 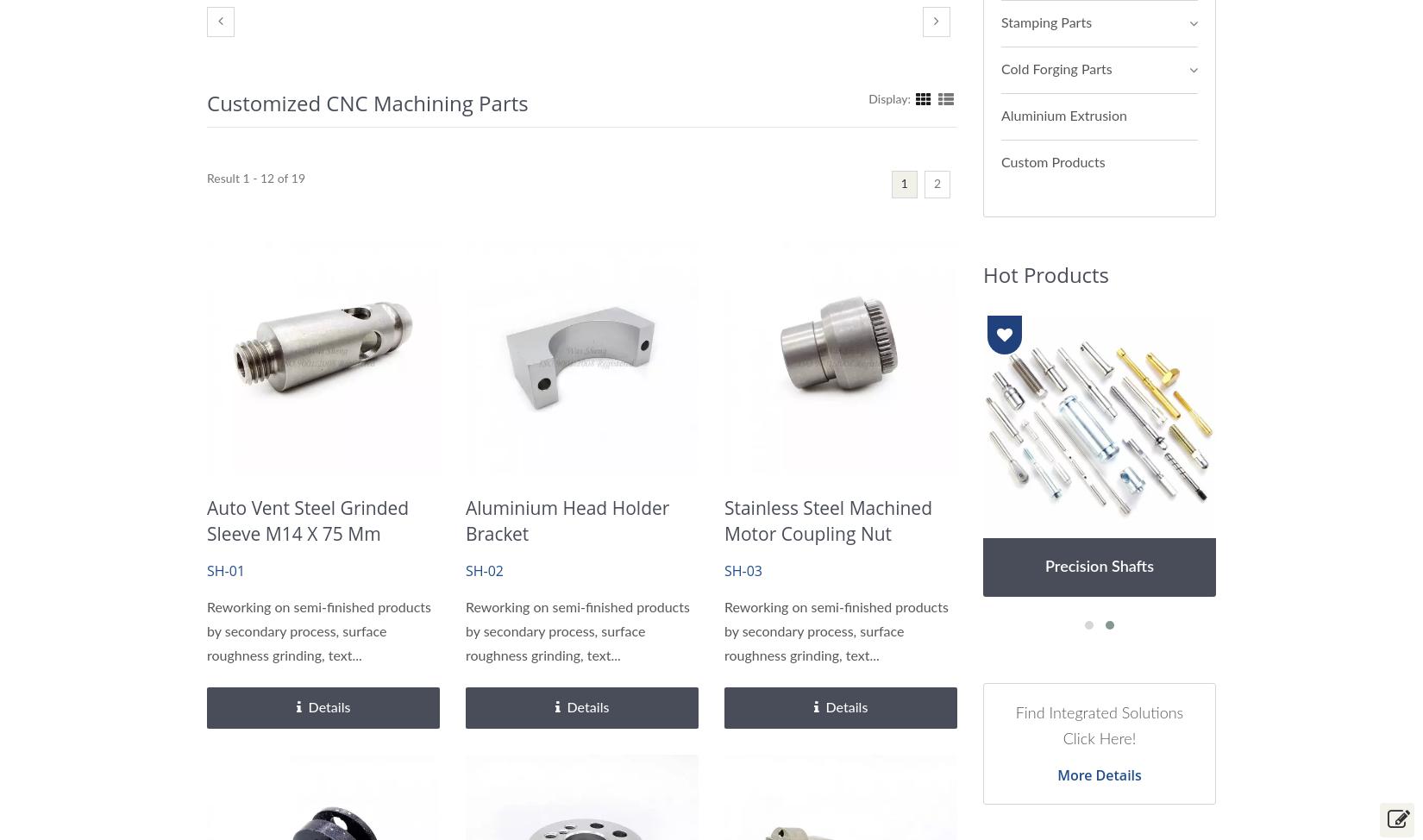 I want to click on '1', so click(x=904, y=184).